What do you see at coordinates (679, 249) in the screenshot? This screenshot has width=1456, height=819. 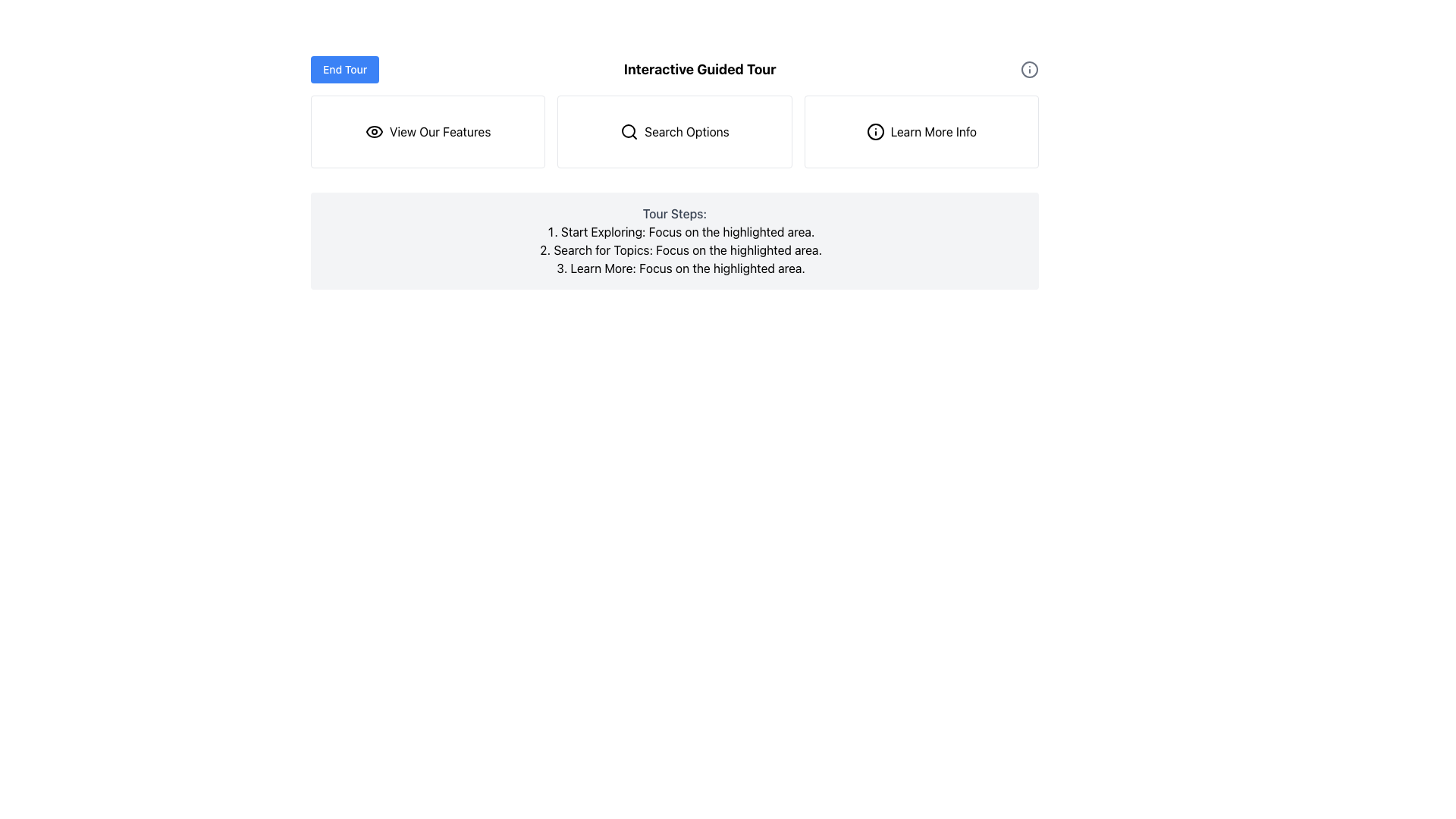 I see `text element displaying '2. Search for Topics: Focus on the highlighted area.' which is the second item in a numbered list centrally located in the interface` at bounding box center [679, 249].